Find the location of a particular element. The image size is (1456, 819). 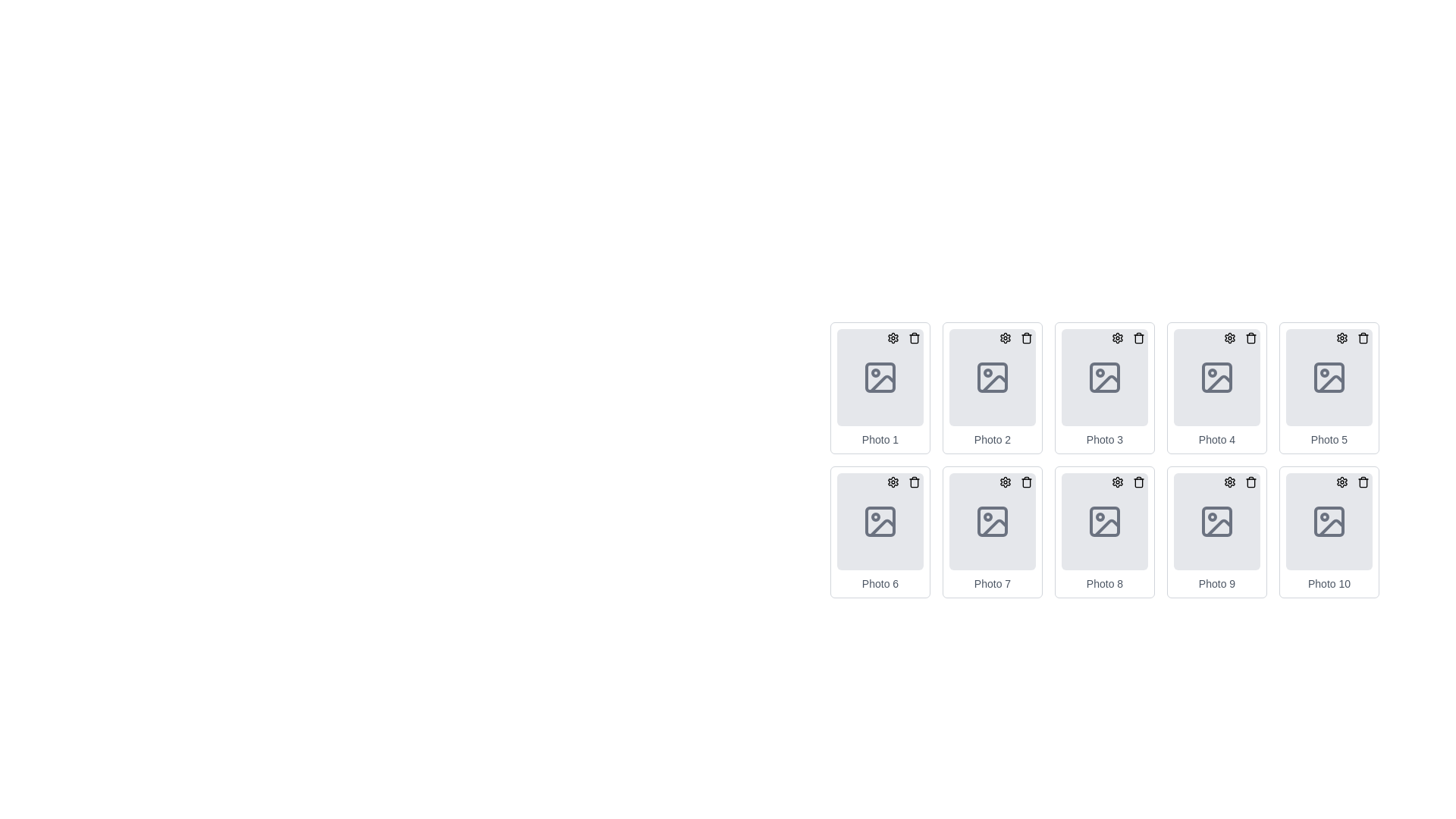

the delete button located at the top-right corner of the 'Photo 10' card is located at coordinates (1363, 482).